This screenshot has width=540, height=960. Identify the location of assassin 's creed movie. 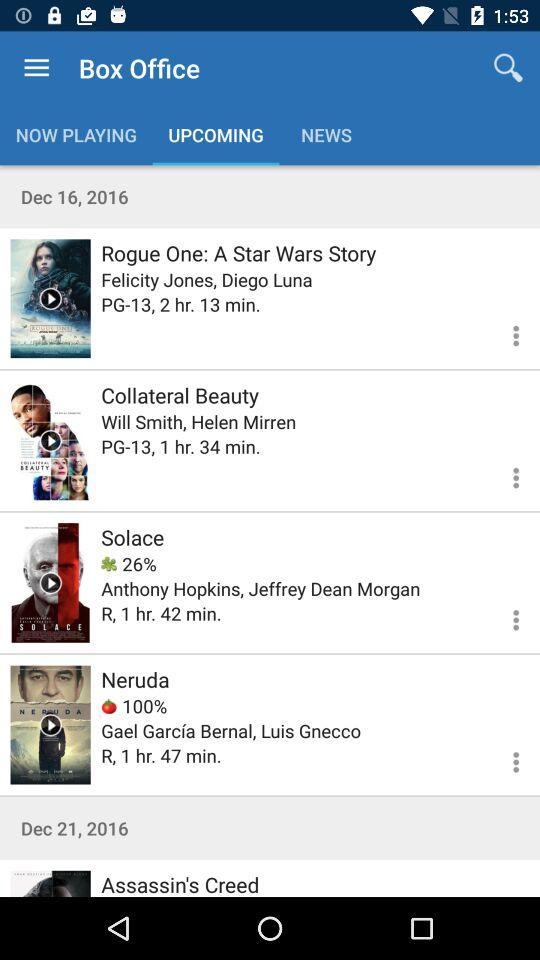
(50, 882).